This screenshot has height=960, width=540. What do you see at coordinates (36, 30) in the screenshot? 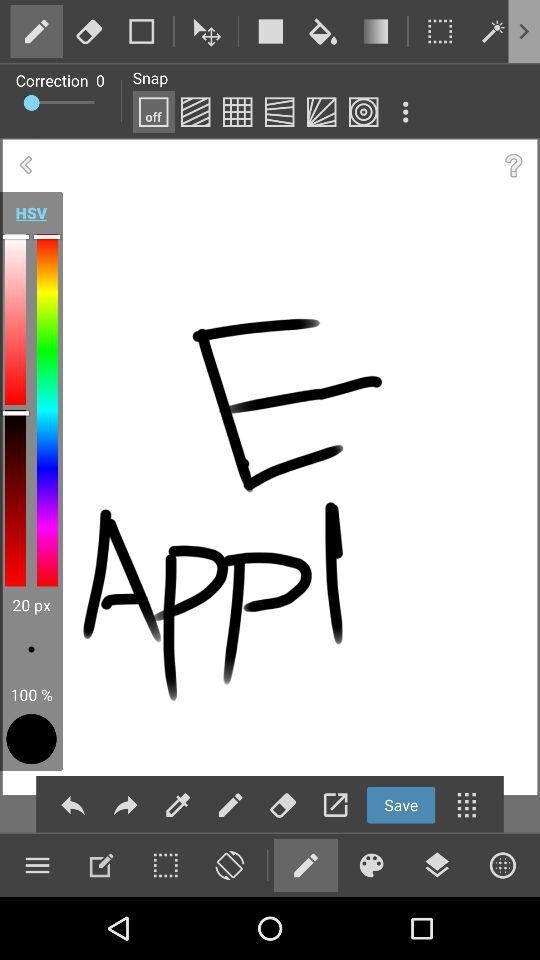
I see `edit` at bounding box center [36, 30].